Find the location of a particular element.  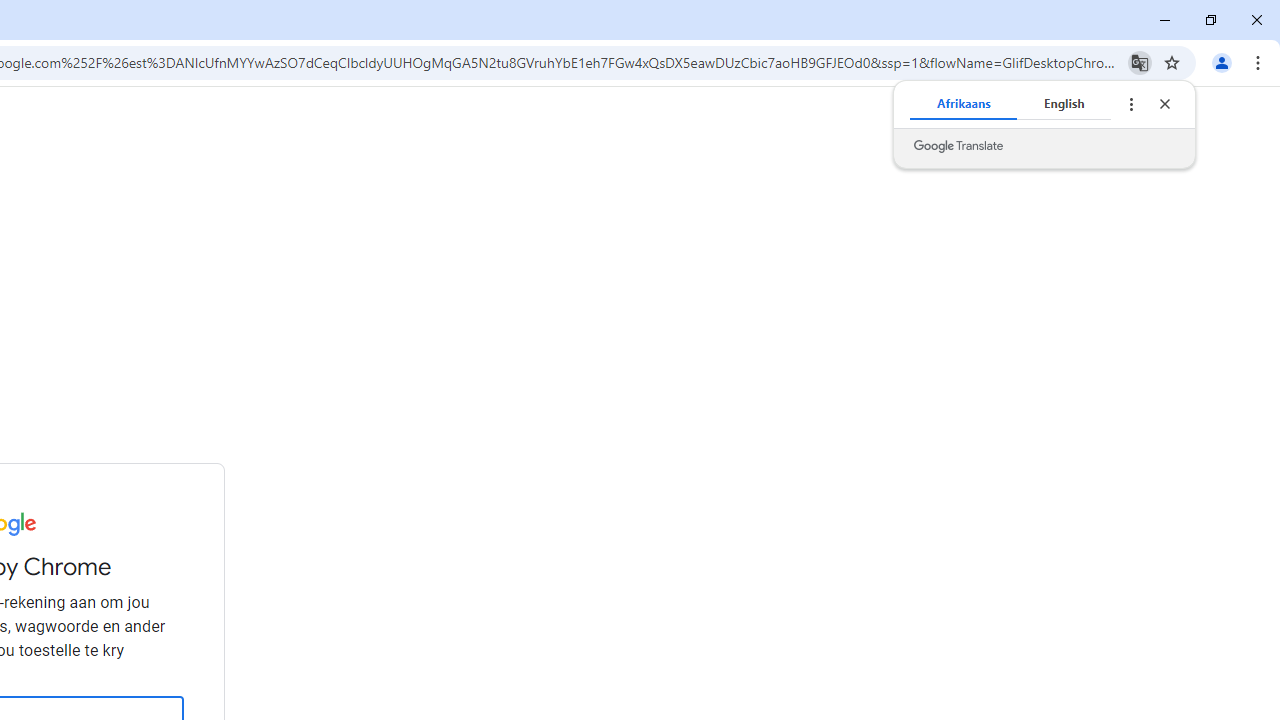

'Translate this page' is located at coordinates (1139, 61).